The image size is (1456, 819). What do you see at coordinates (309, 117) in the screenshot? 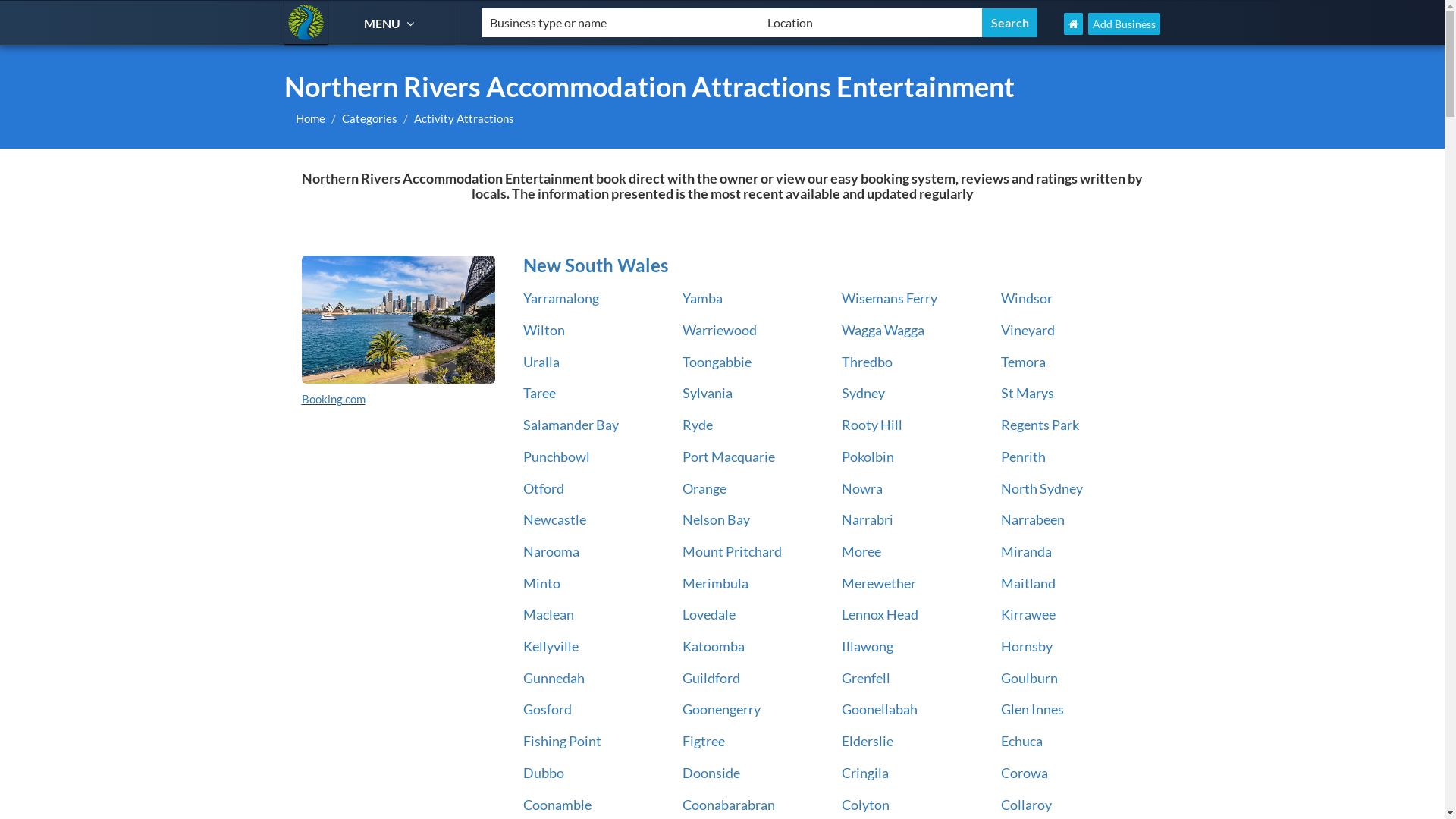
I see `'Home'` at bounding box center [309, 117].